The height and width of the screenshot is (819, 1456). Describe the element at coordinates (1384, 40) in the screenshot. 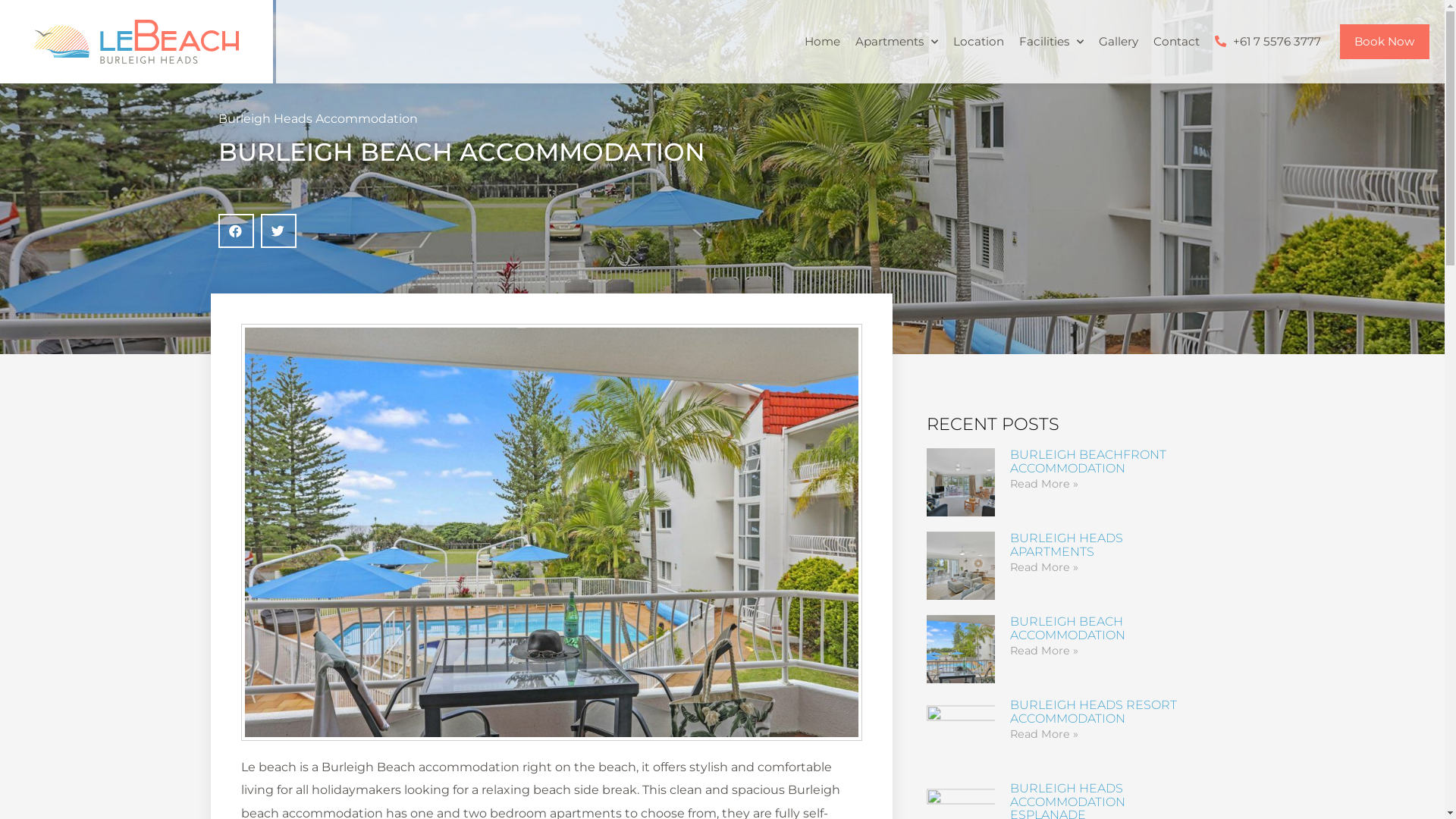

I see `'Book Now'` at that location.